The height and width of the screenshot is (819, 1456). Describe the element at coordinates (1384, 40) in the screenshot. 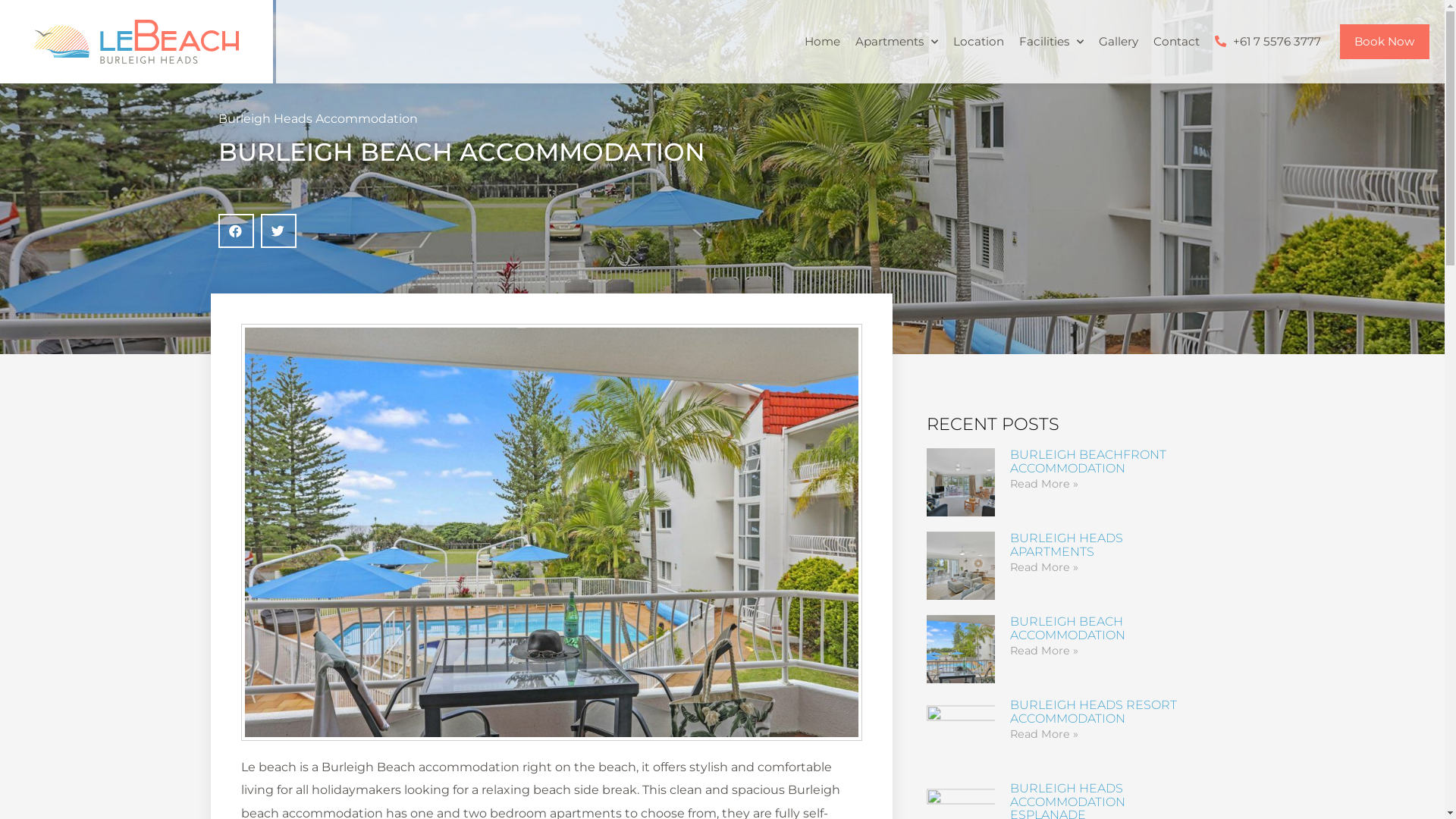

I see `'Book Now'` at that location.